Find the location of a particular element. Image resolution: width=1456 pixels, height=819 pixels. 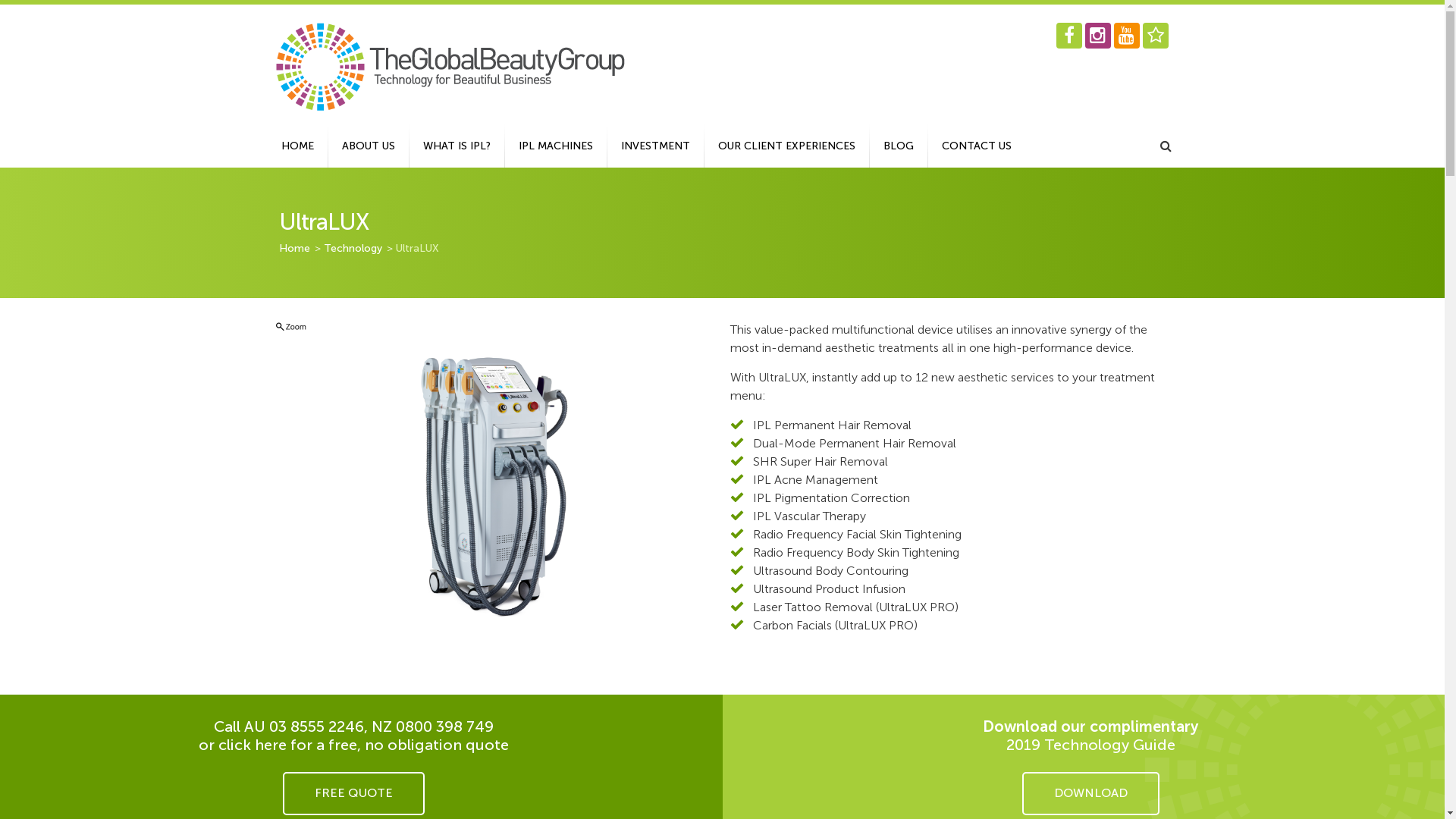

'BLOG' is located at coordinates (898, 146).